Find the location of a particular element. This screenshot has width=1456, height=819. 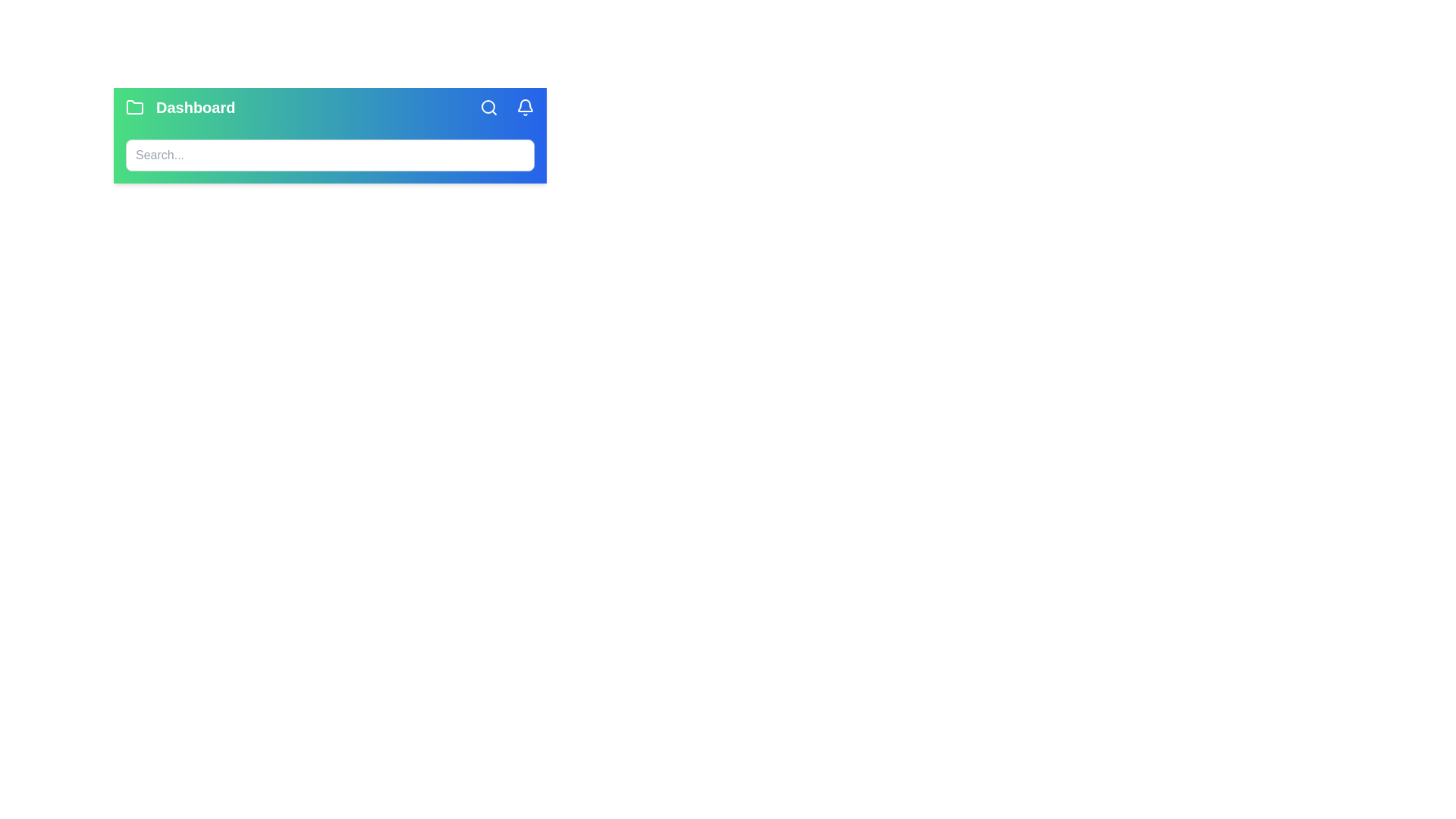

the search icon to toggle the visibility of the search bar is located at coordinates (488, 107).